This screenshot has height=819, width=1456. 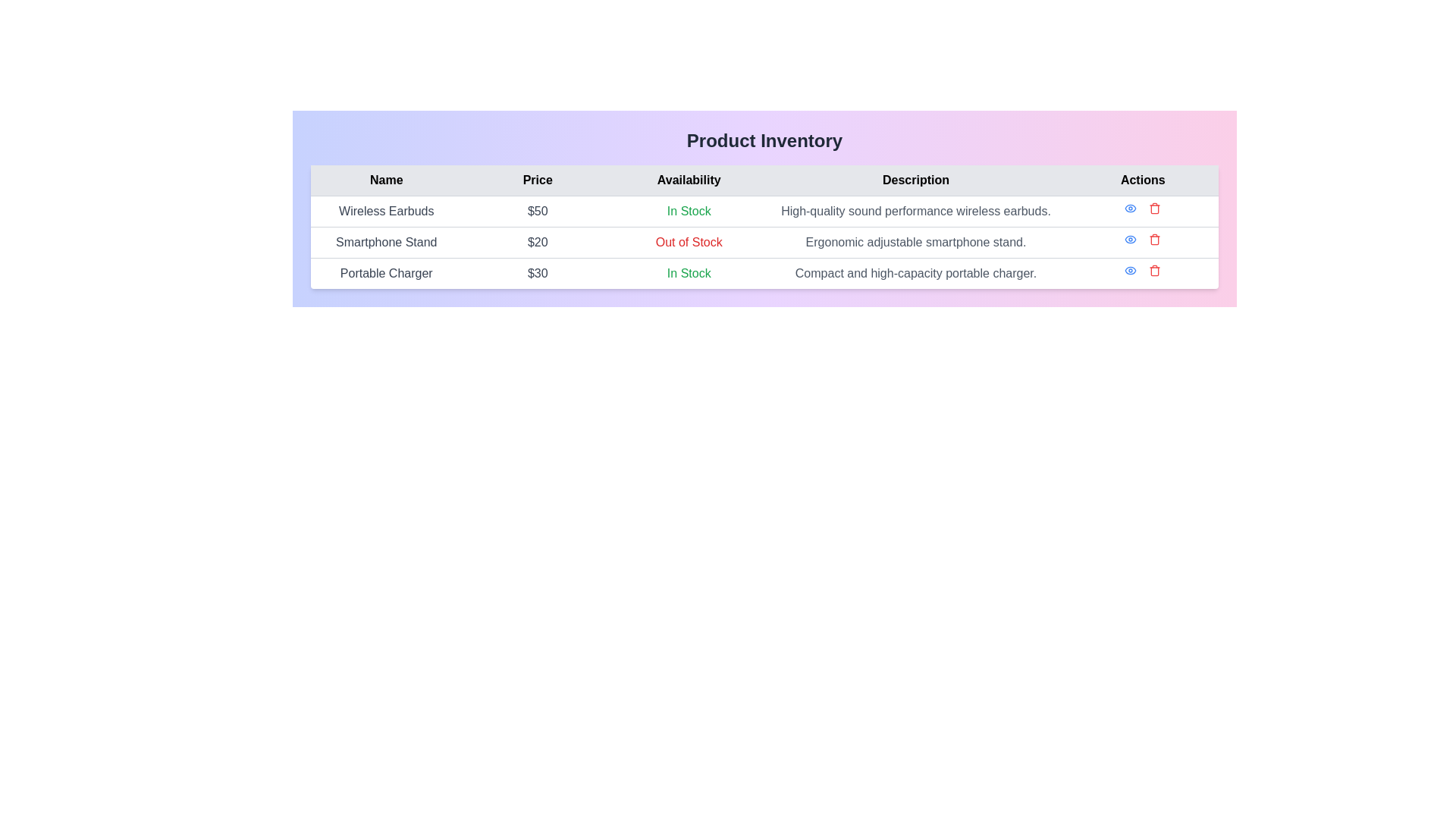 I want to click on the delete button in the 'Actions' column of the first row, adjacent to 'Wireless Earbuds', so click(x=1154, y=208).